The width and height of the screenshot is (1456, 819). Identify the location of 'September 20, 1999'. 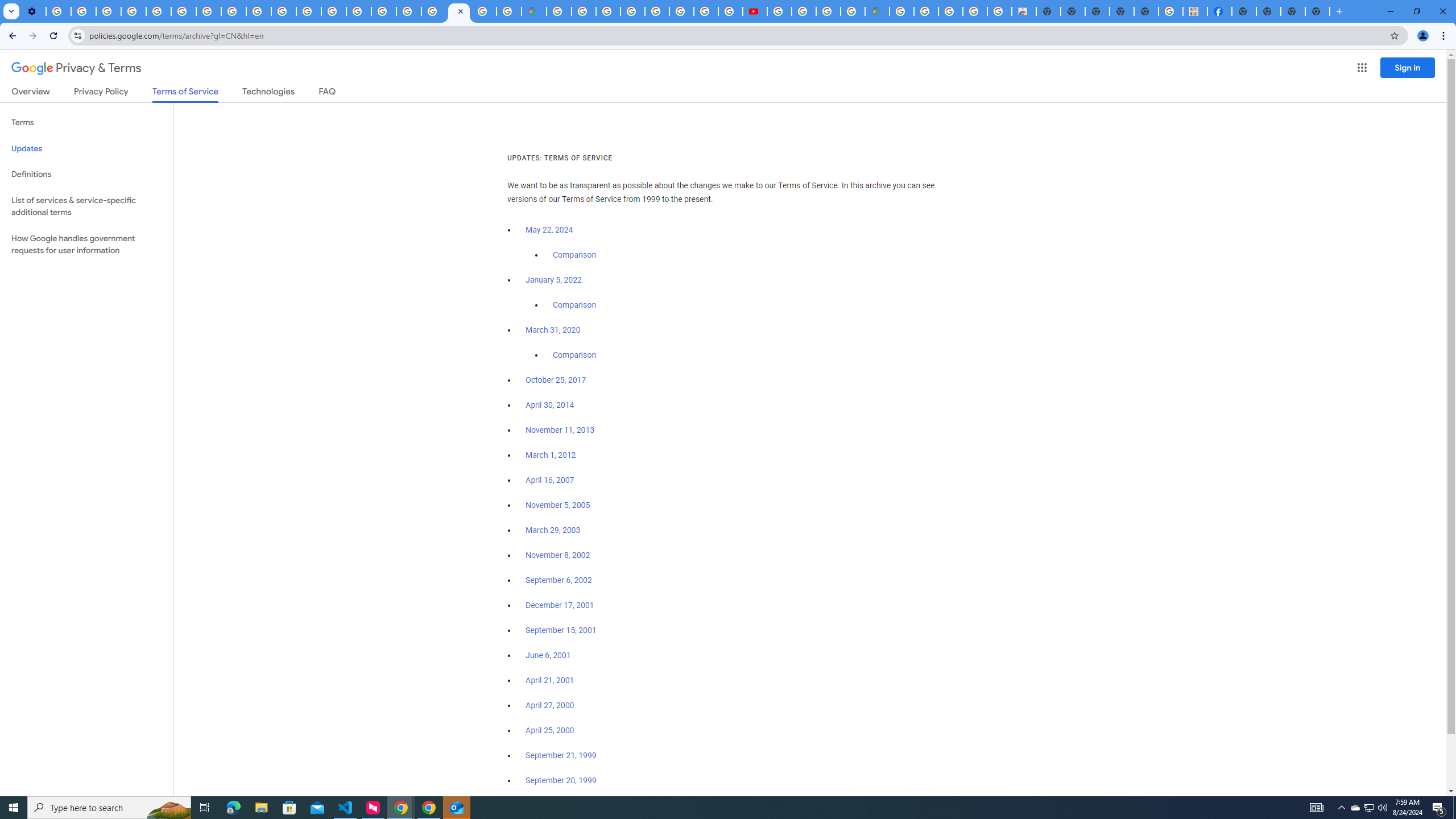
(561, 780).